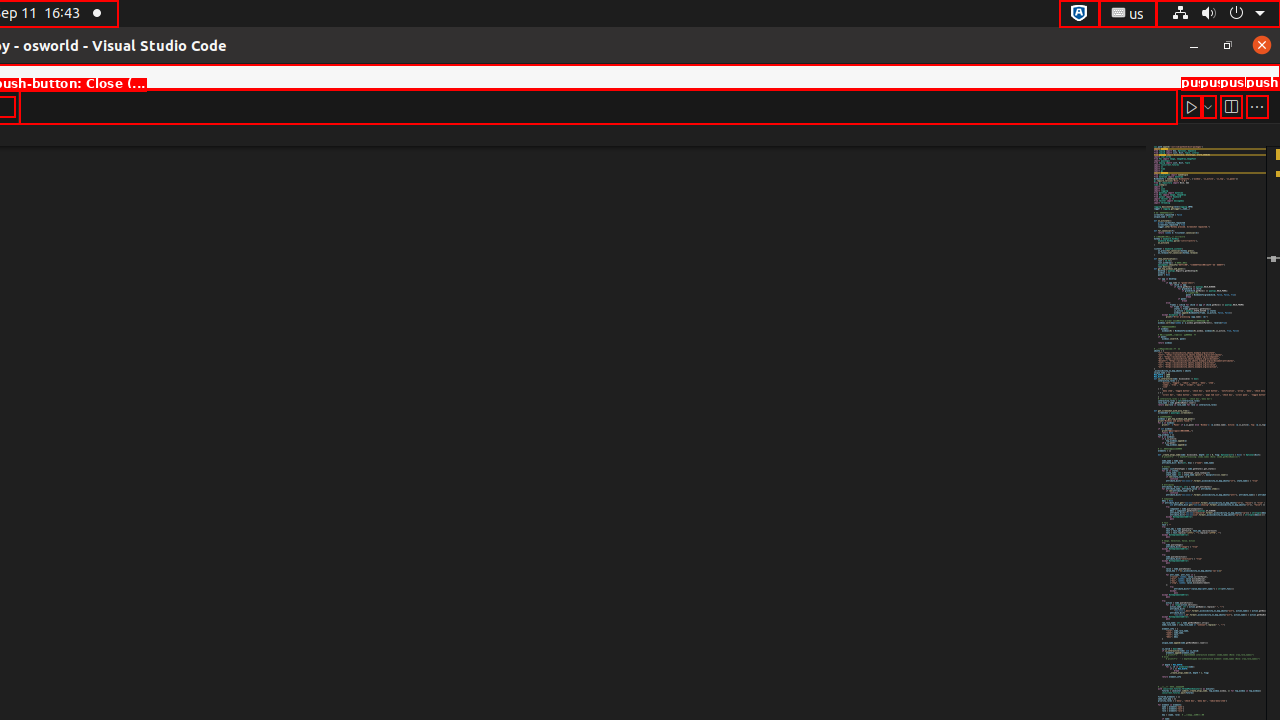  Describe the element at coordinates (1191, 106) in the screenshot. I see `'Run Python File'` at that location.